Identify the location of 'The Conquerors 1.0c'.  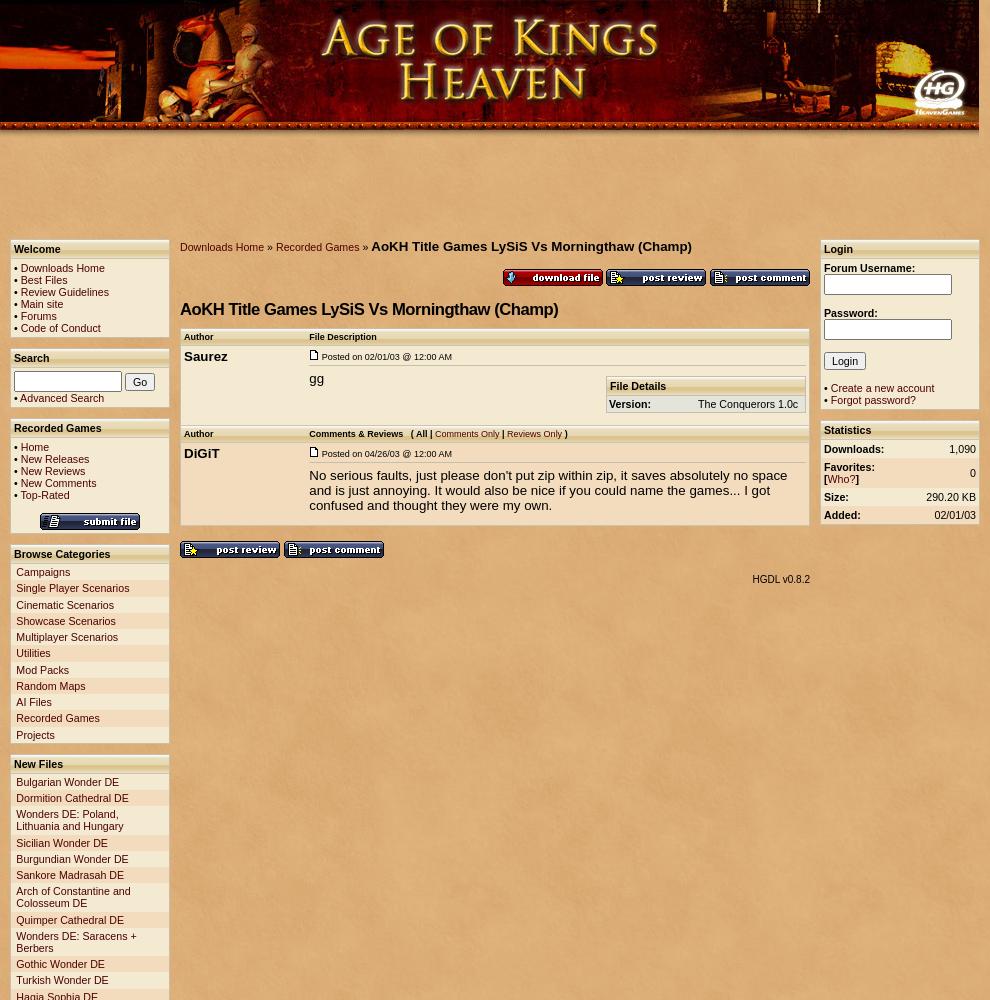
(748, 404).